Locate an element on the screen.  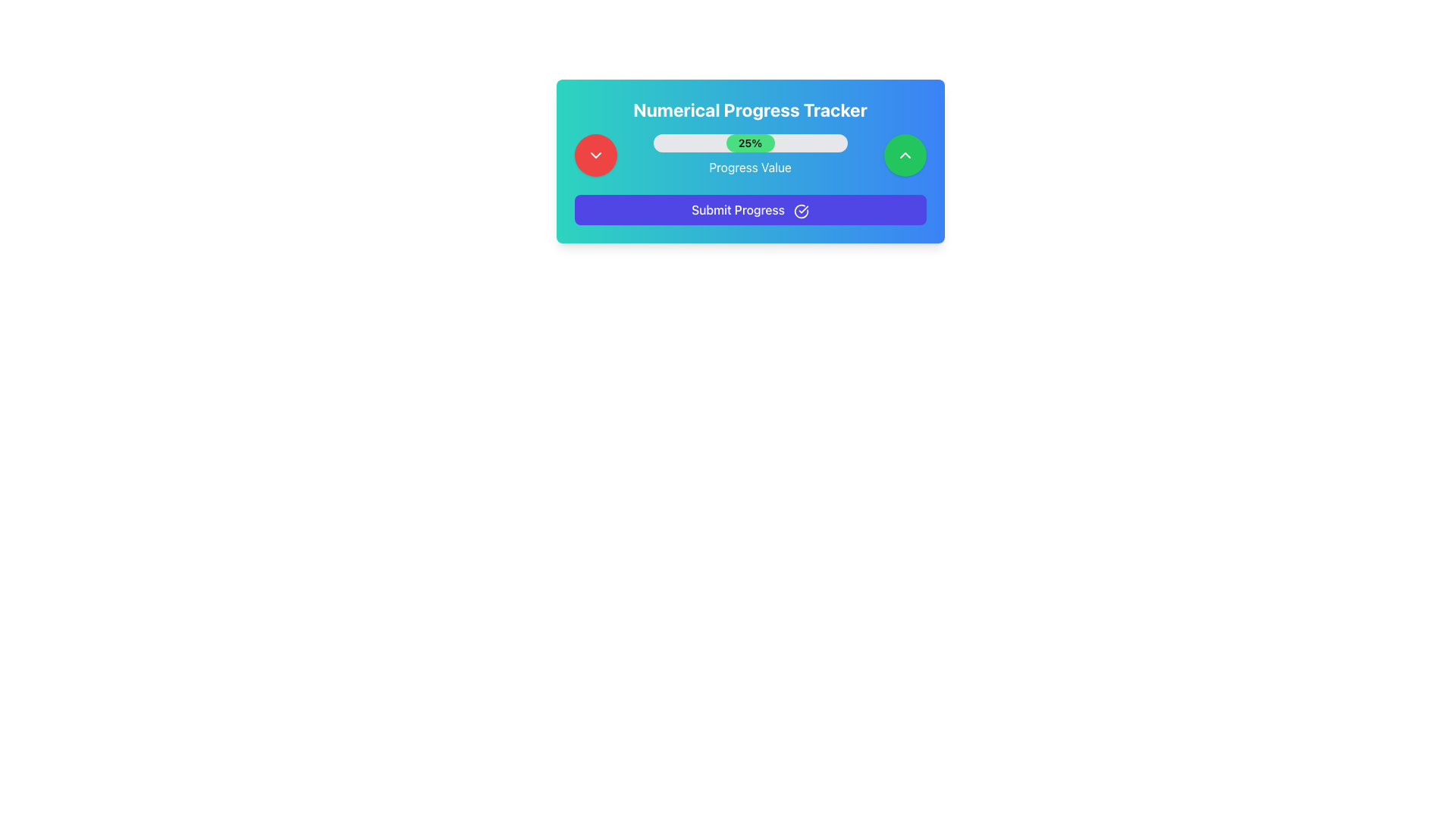
the progress bar labeled 'Progress Value' with a percentage indicator ('25%') to adjust its position is located at coordinates (750, 155).